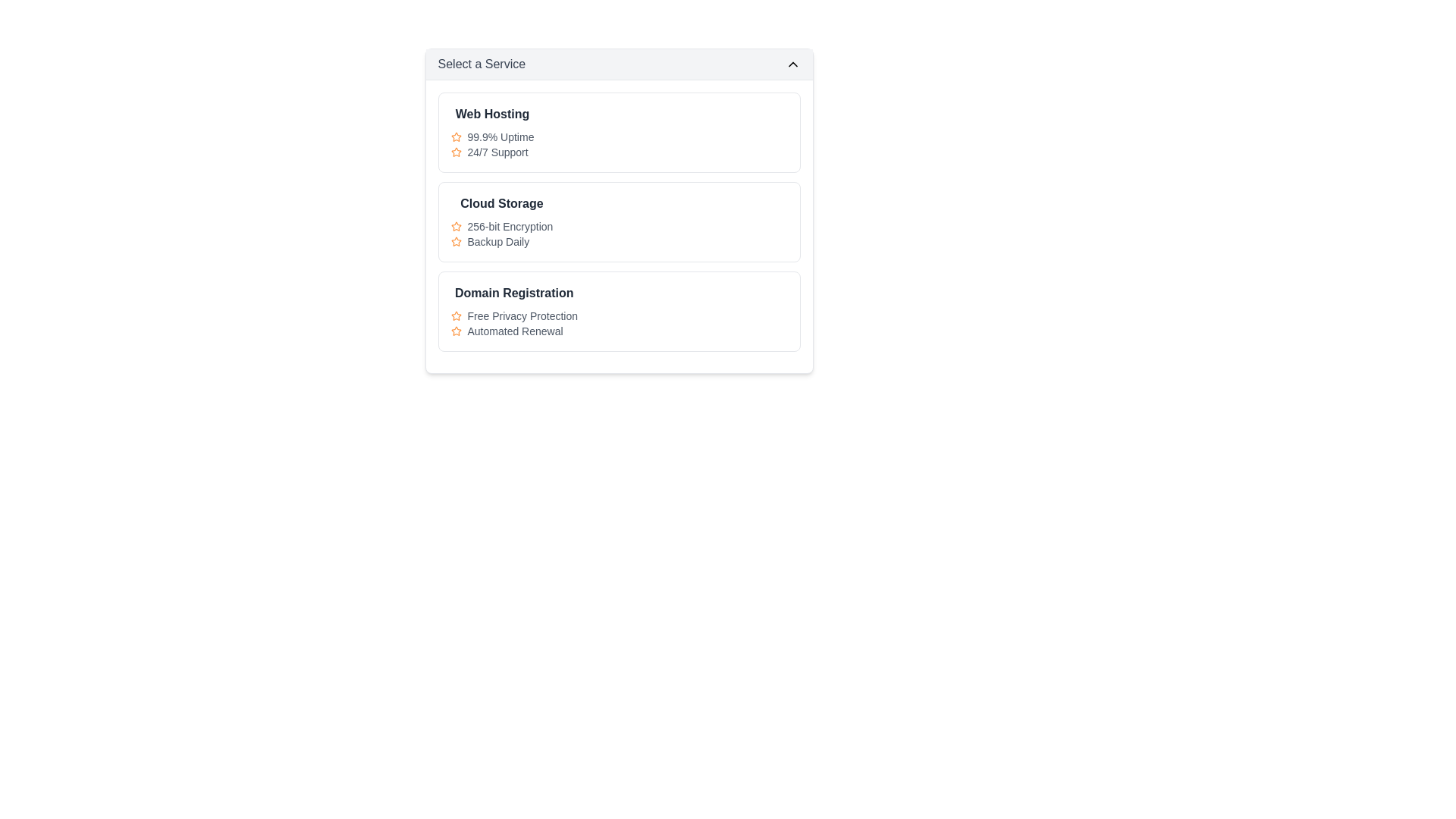 The image size is (1456, 819). Describe the element at coordinates (455, 152) in the screenshot. I see `the first icon in the '24/7 Support' row under the 'Web Hosting' section` at that location.